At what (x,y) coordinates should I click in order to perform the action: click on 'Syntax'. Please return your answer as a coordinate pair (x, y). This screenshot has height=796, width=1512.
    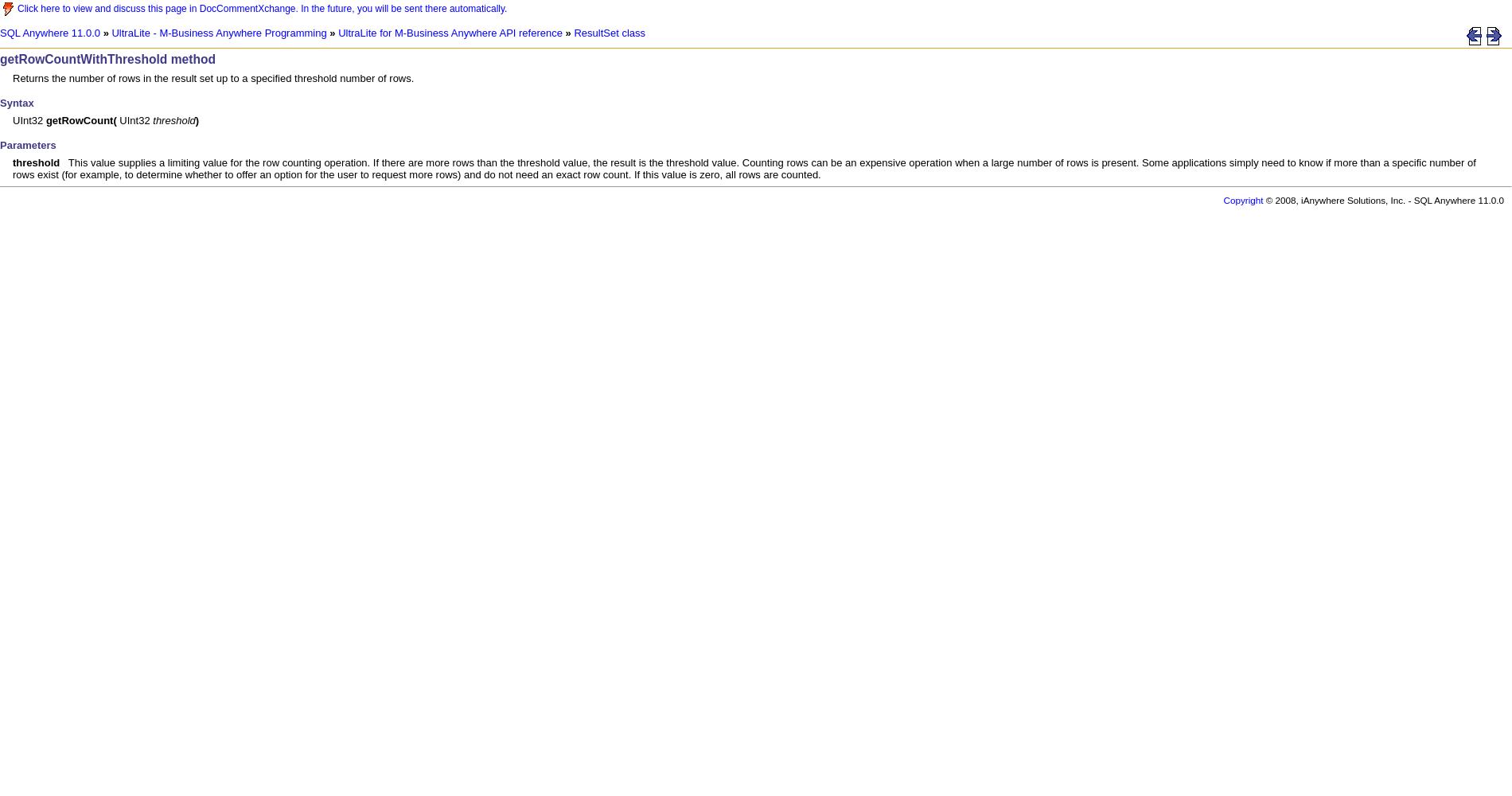
    Looking at the image, I should click on (17, 103).